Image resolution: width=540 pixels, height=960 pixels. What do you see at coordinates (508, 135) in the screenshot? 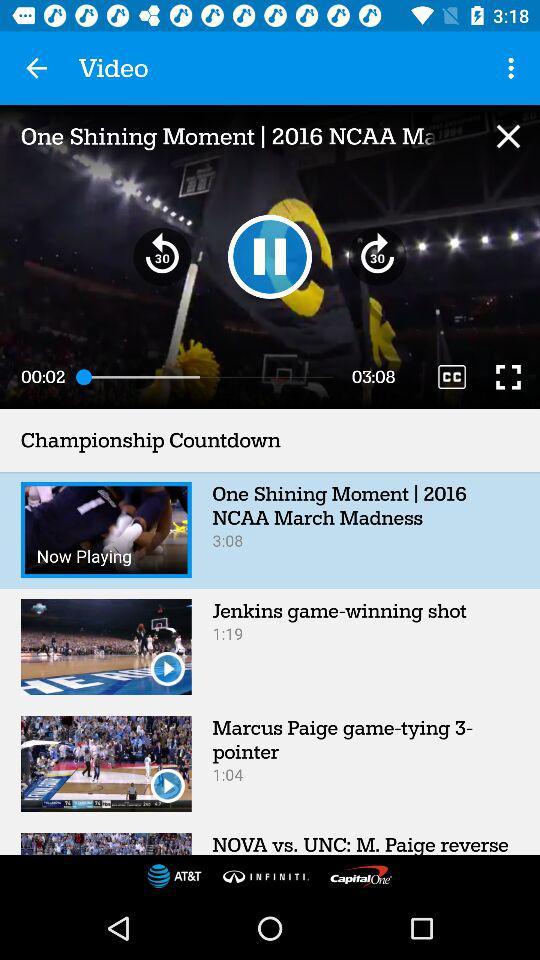
I see `close` at bounding box center [508, 135].